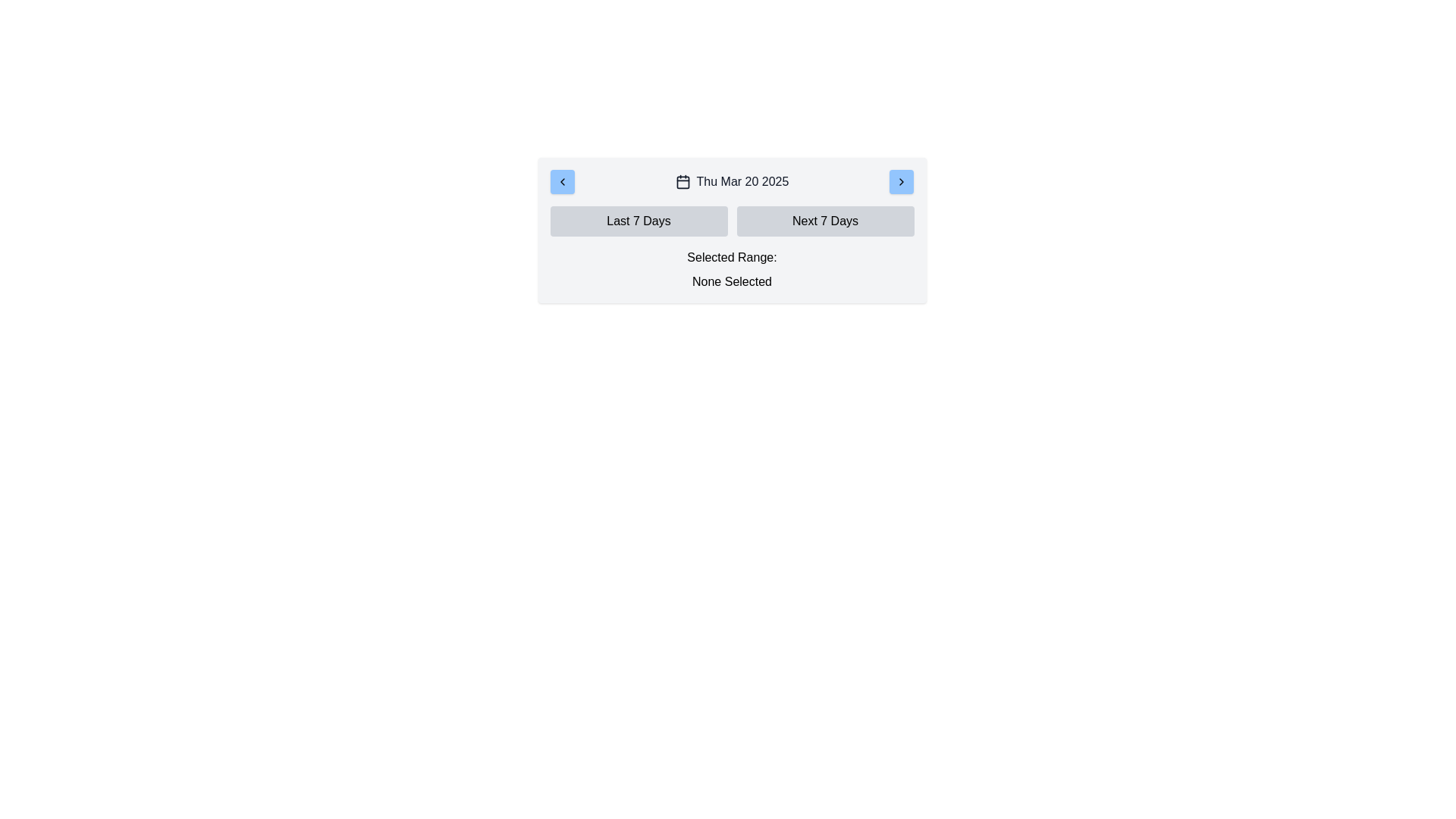 The width and height of the screenshot is (1456, 819). I want to click on the Date Display Component, which shows the date 'Thu Mar 20 2025' alongside a calendar icon on the left, positioned centrally between navigation buttons, so click(732, 180).